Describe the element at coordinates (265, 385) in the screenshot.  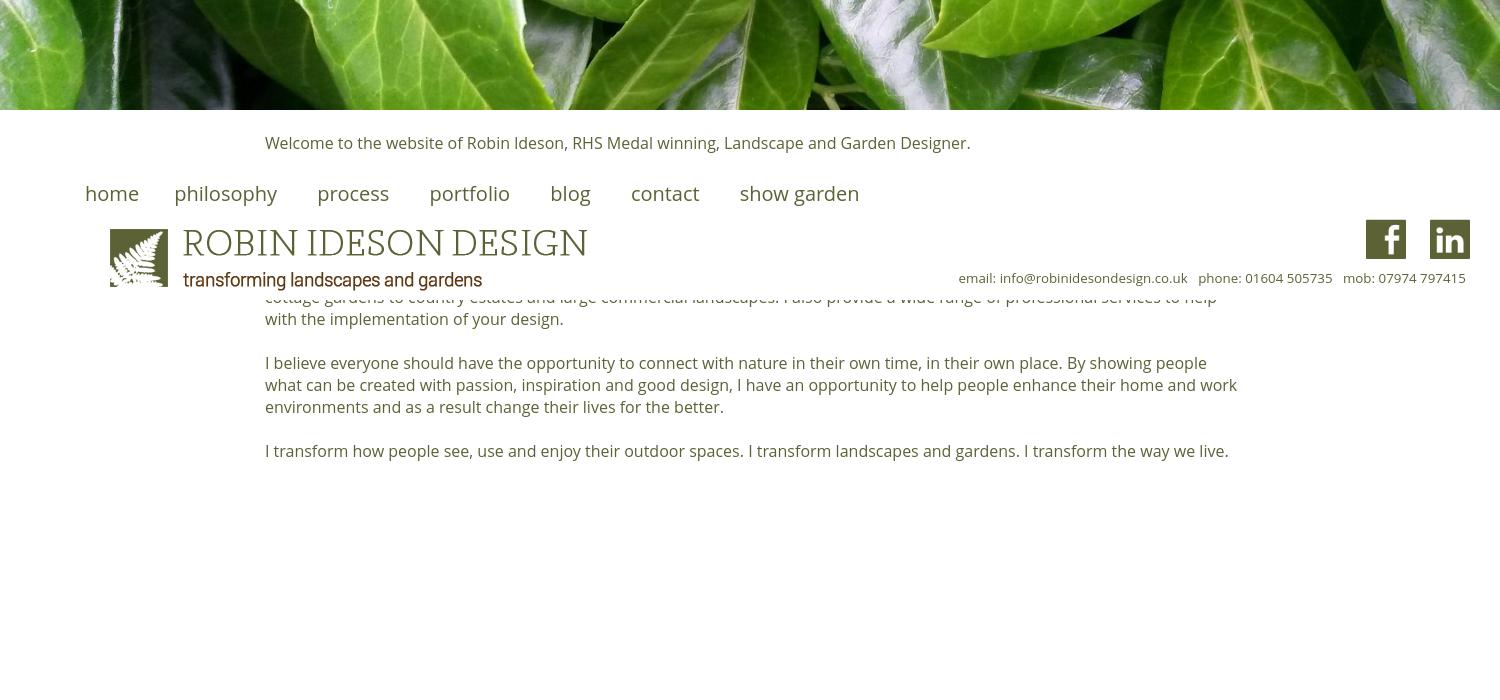
I see `'I believe everyone should have the opportunity to connect with nature in their own time, in their own place. By showing people what can be created with
passion, inspiration and good design, I have an opportunity to help people
enhance their home and work environments and as a result change their lives for the better.'` at that location.